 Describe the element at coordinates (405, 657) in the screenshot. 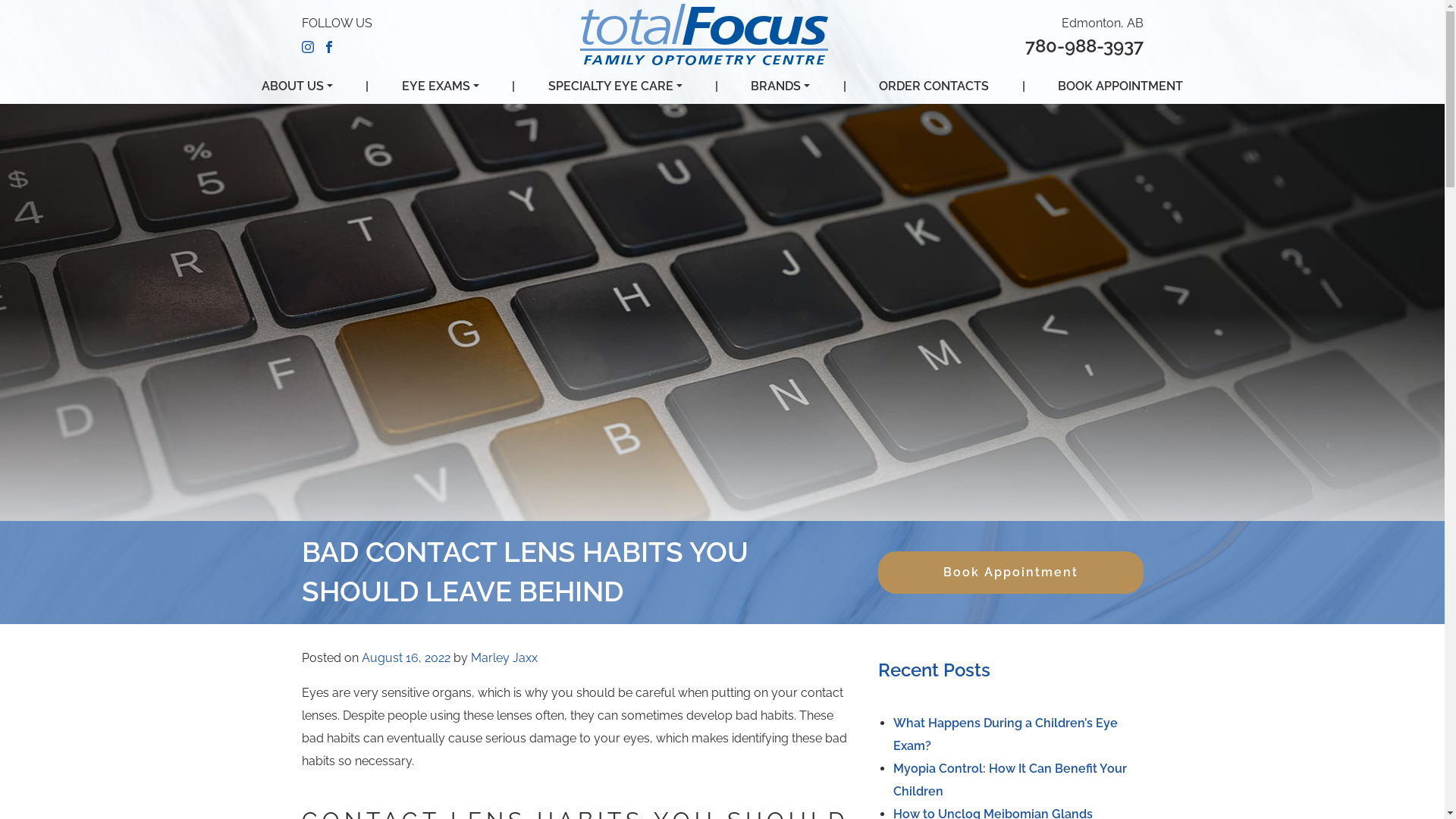

I see `'August 16, 2022'` at that location.